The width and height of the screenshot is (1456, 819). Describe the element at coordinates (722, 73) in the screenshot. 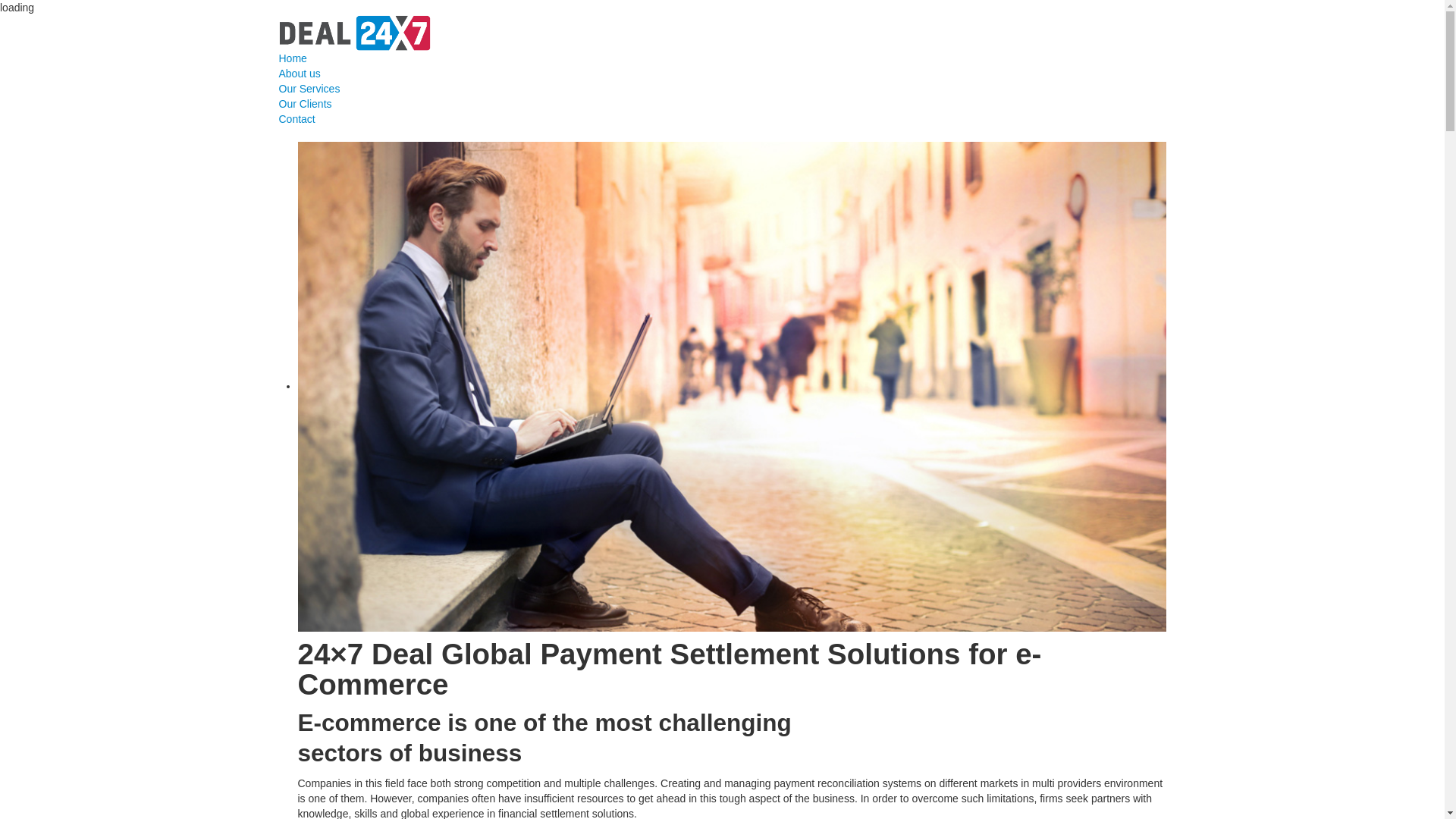

I see `'About us'` at that location.